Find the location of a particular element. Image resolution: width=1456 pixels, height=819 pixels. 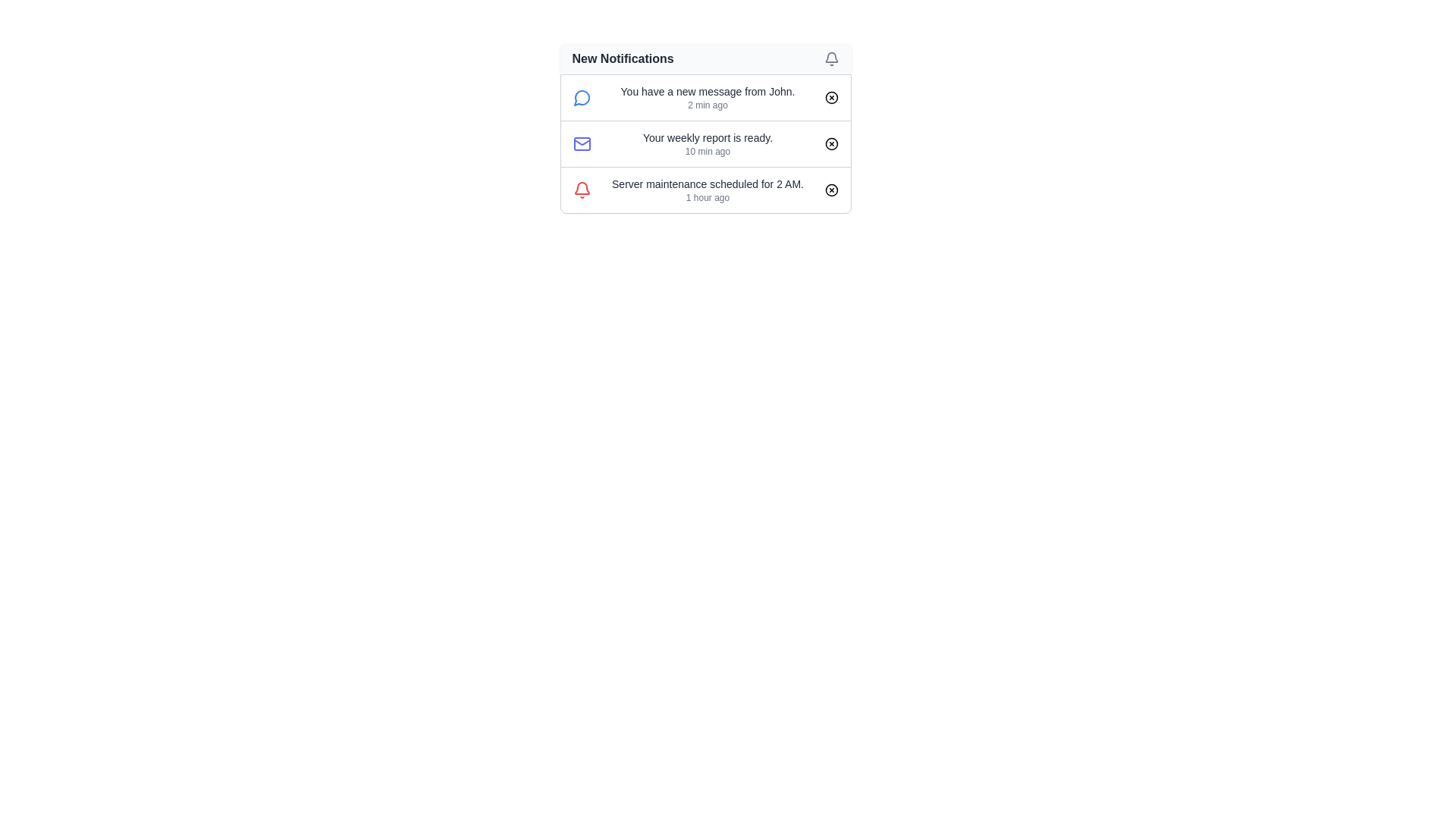

the mail icon with an indigo thin-stroke outline and filled interior, located to the left of the text 'Your weekly report is ready' for accessibility purposes is located at coordinates (581, 143).